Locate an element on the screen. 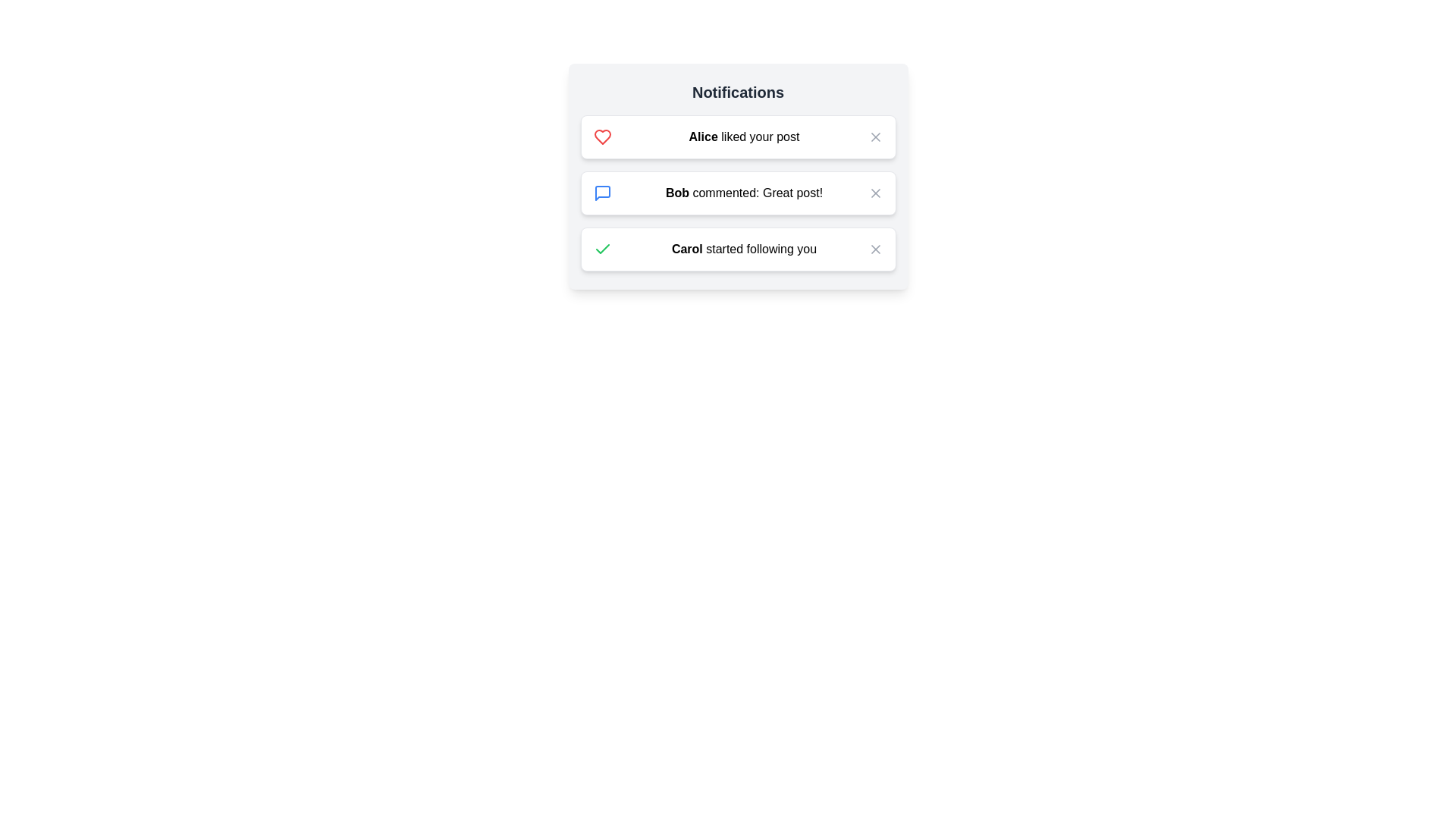 The width and height of the screenshot is (1456, 819). the 'like' icon that visually represents the action for the notification stating 'Alice liked your post' is located at coordinates (601, 137).